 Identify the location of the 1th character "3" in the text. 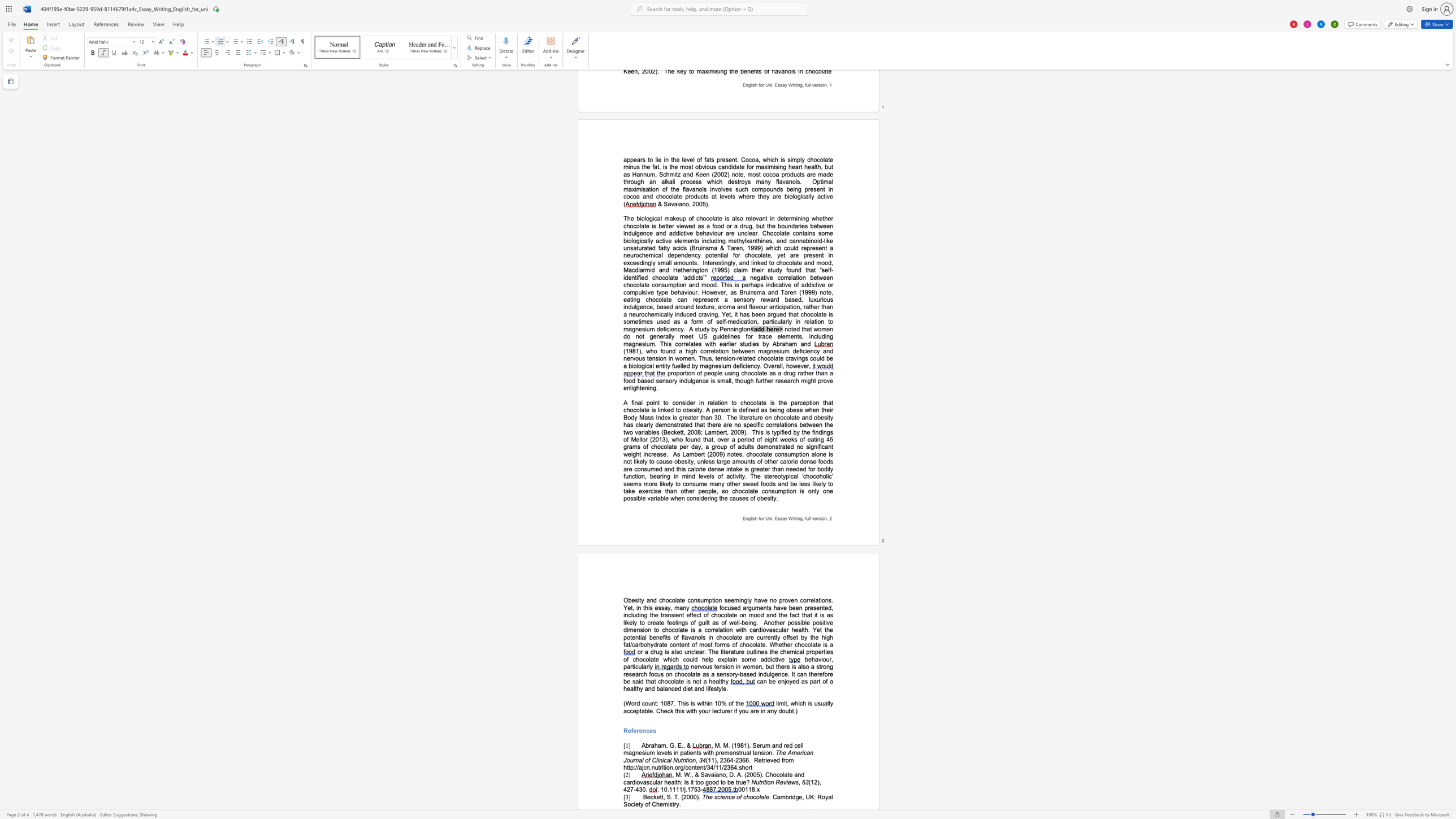
(724, 760).